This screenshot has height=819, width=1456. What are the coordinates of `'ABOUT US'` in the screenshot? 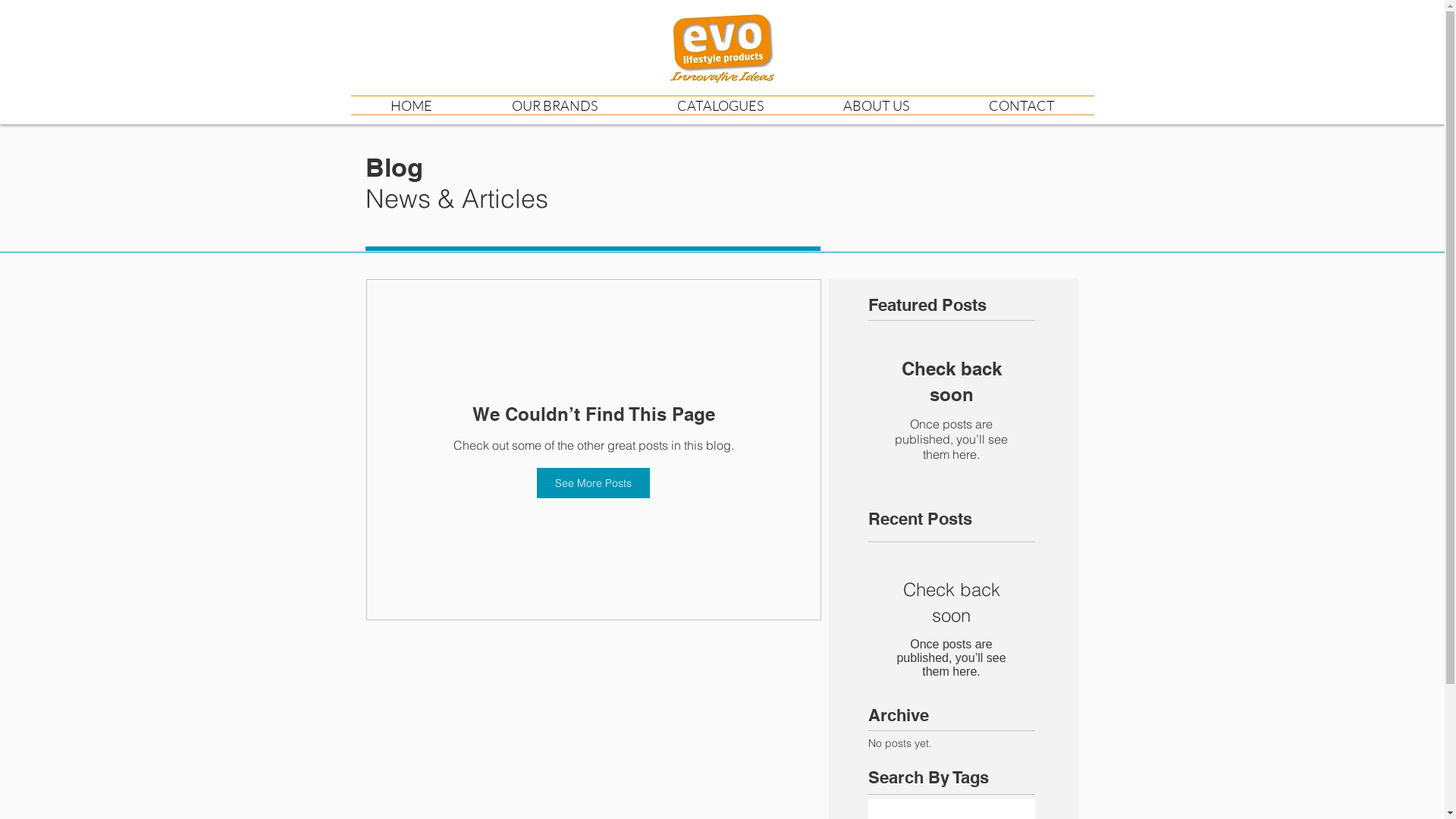 It's located at (877, 104).